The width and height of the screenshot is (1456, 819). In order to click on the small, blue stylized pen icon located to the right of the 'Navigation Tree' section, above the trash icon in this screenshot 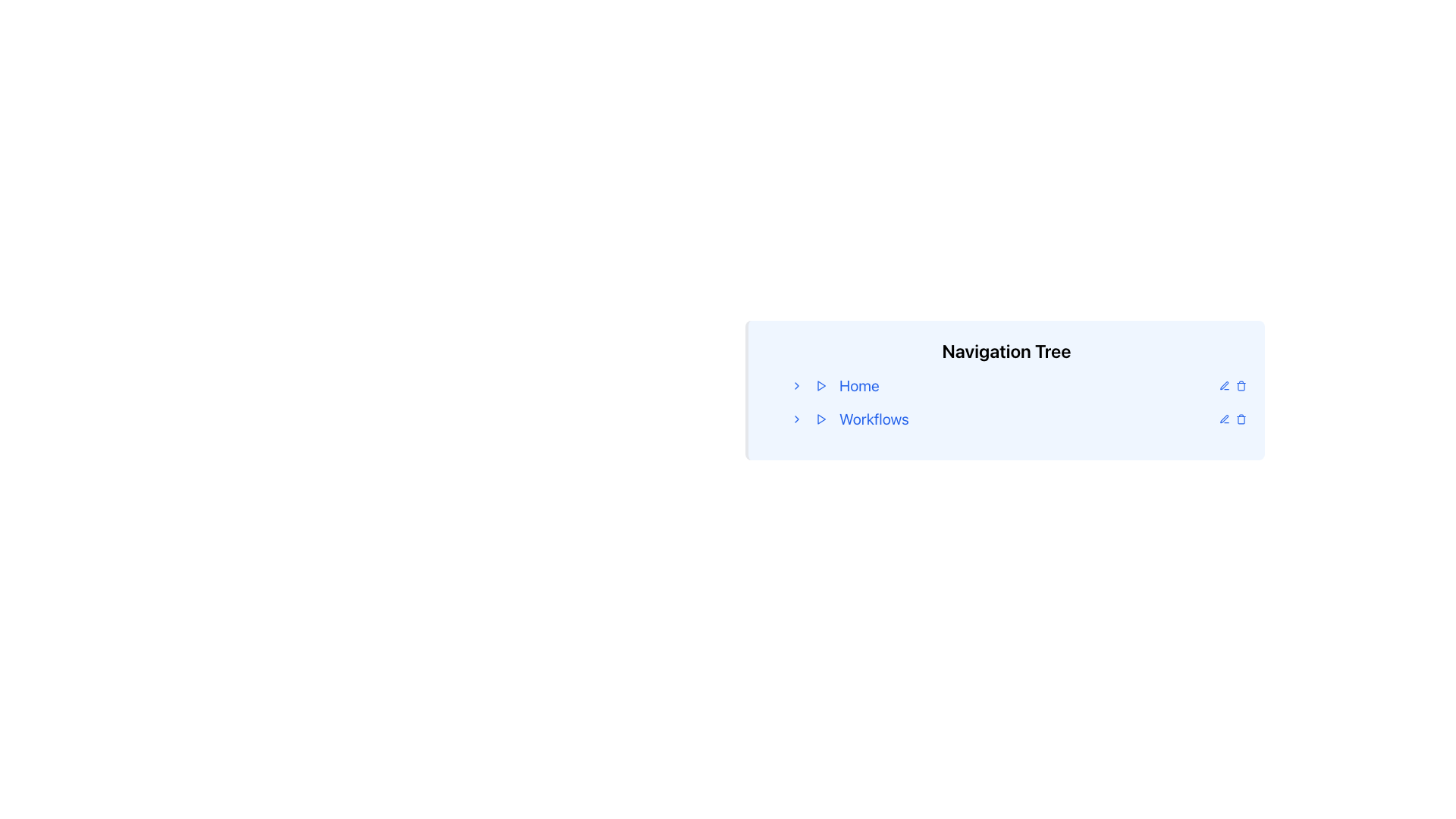, I will do `click(1224, 419)`.